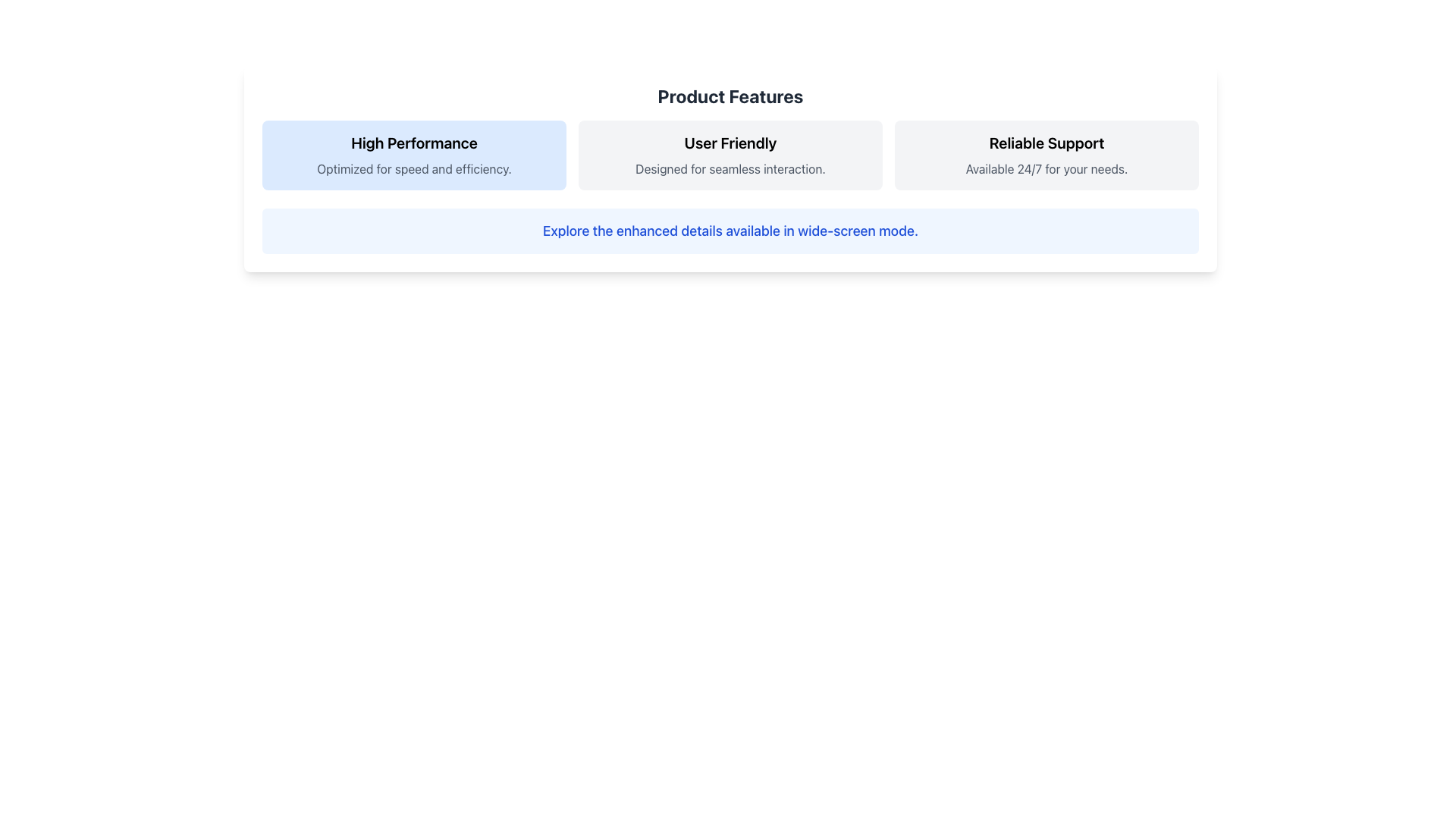 Image resolution: width=1456 pixels, height=819 pixels. Describe the element at coordinates (414, 169) in the screenshot. I see `the gray text element located below the 'High Performance' header in the center-left section of the layout` at that location.